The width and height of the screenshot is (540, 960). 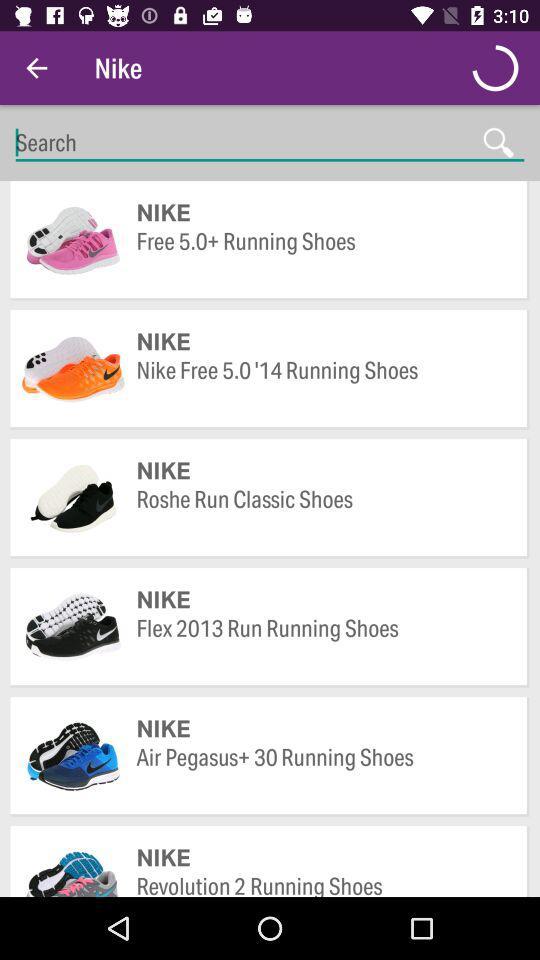 I want to click on icon below the nike item, so click(x=322, y=771).